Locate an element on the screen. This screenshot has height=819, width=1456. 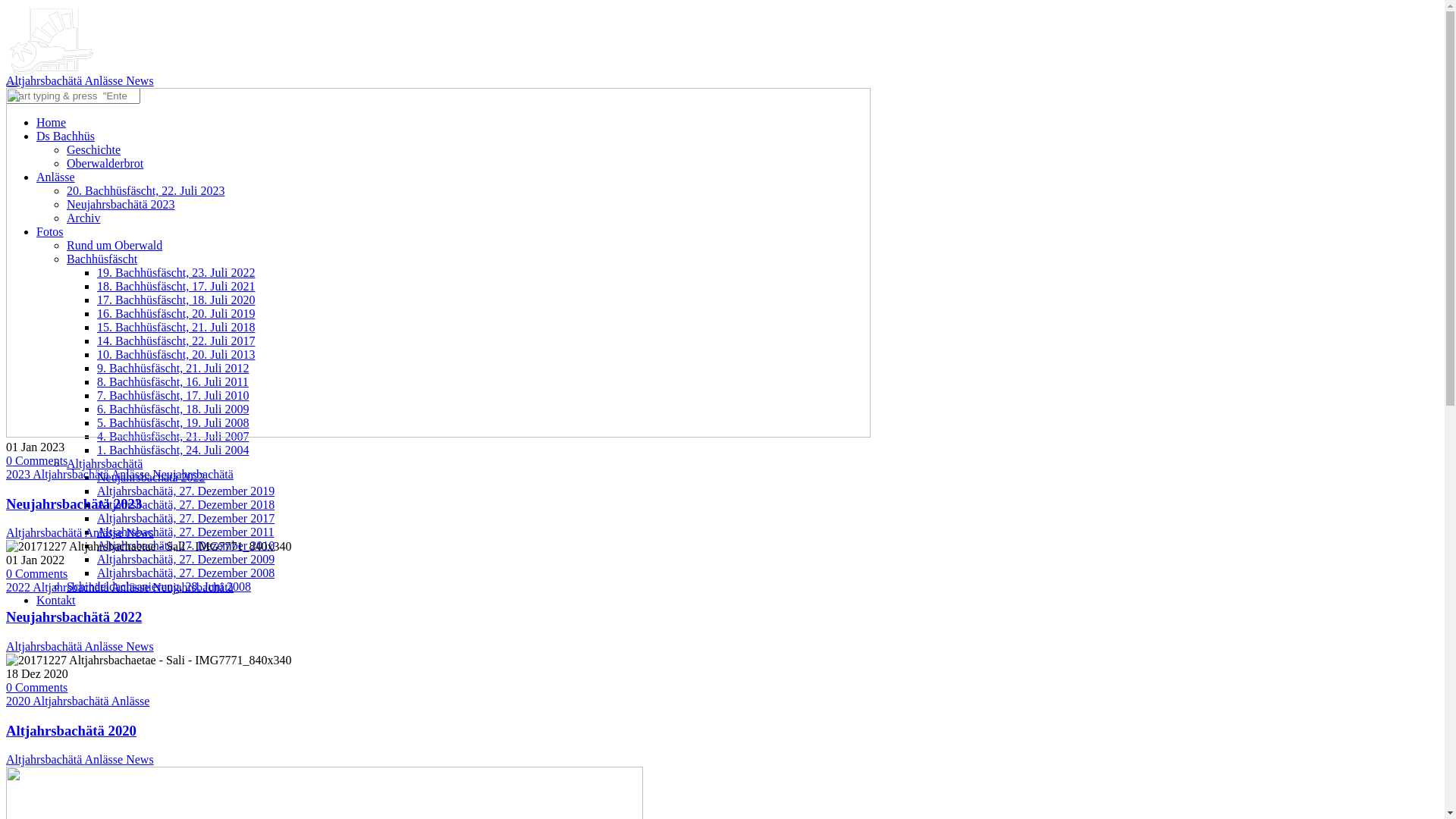
'2023' is located at coordinates (19, 473).